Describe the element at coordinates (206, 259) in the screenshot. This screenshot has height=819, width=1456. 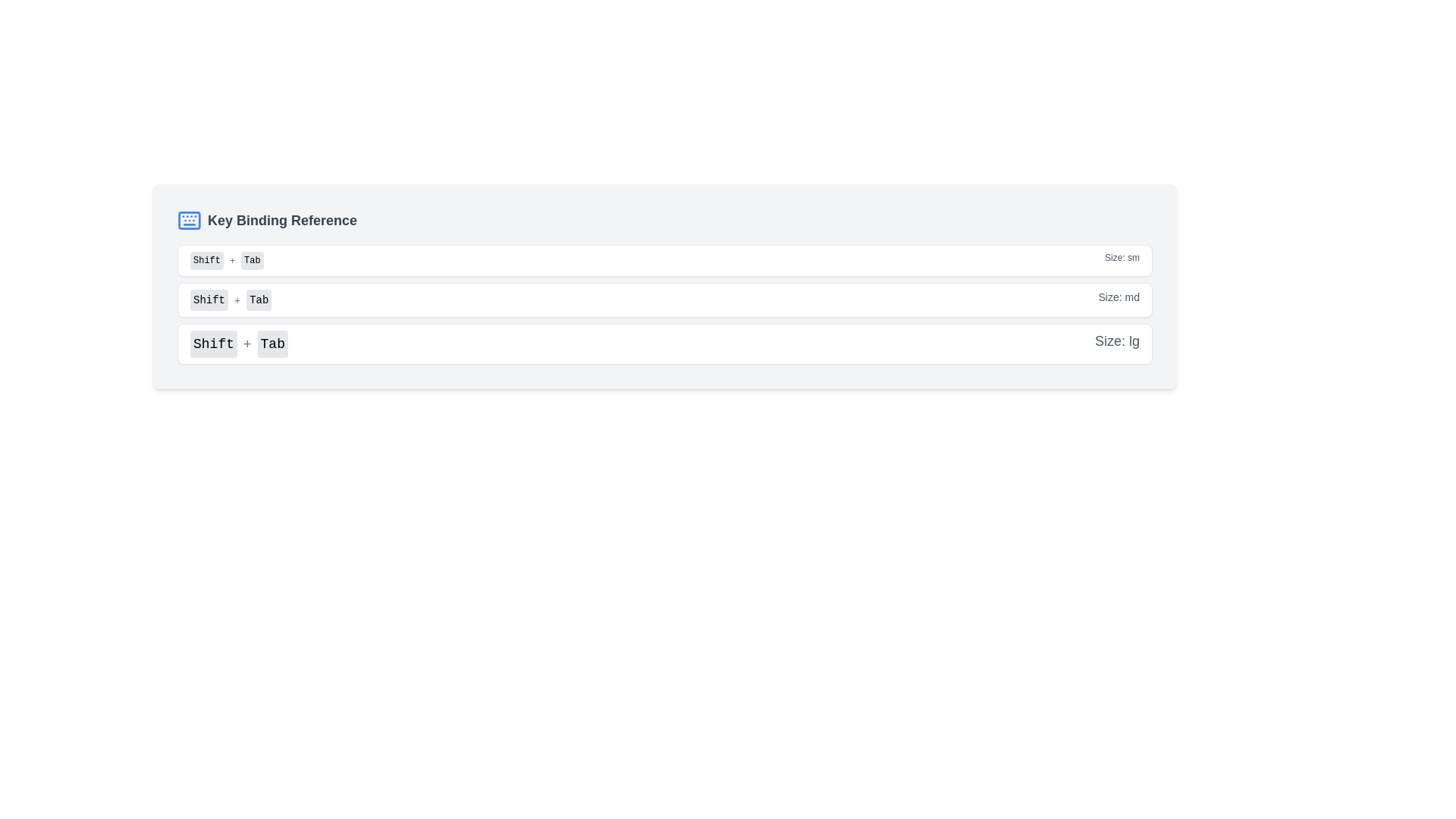
I see `the non-interactive button-like UI element labeled 'Shift', which has a light gray background and rounded corners, located near the top section of the interface` at that location.